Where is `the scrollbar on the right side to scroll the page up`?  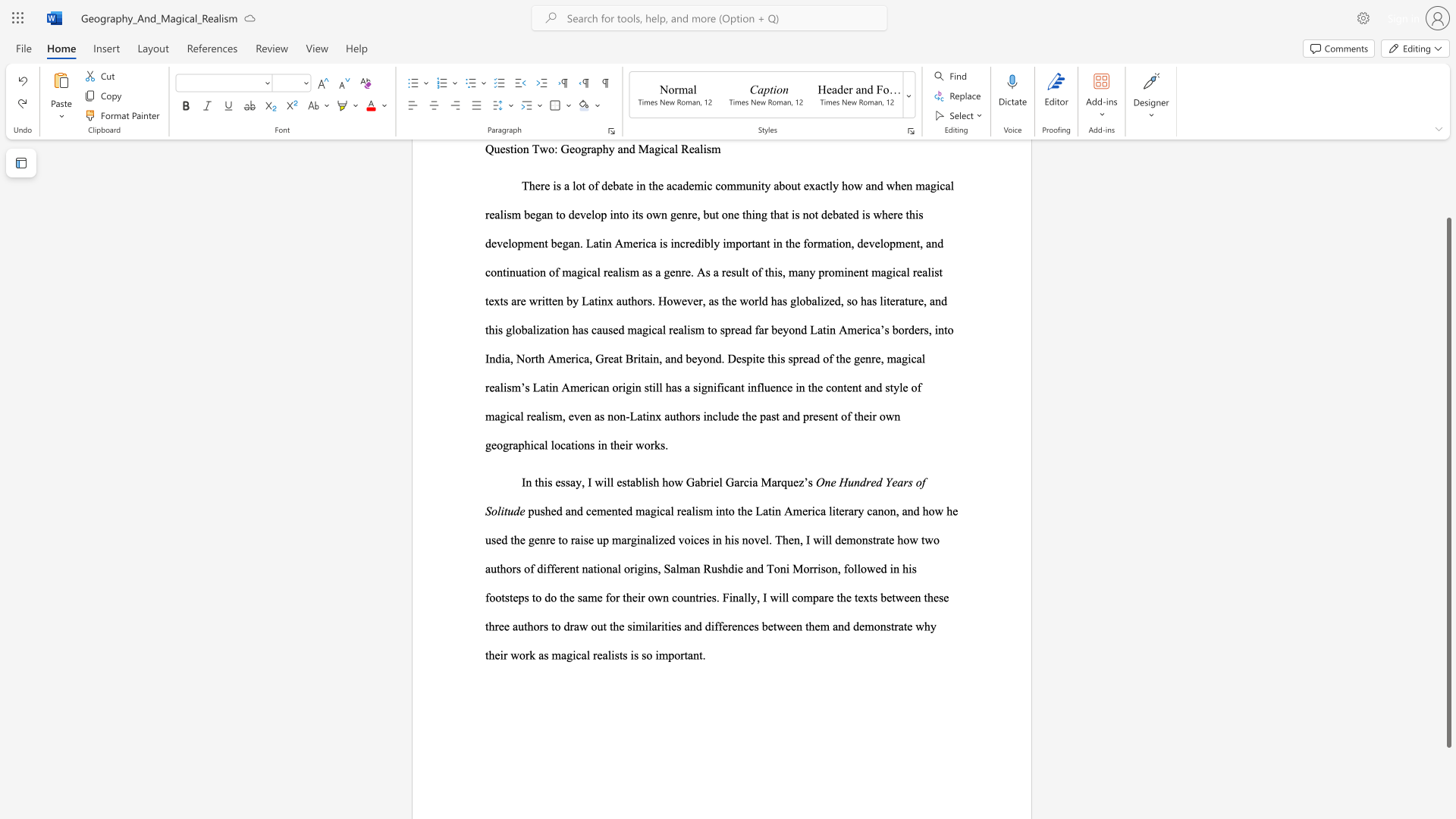
the scrollbar on the right side to scroll the page up is located at coordinates (1448, 166).